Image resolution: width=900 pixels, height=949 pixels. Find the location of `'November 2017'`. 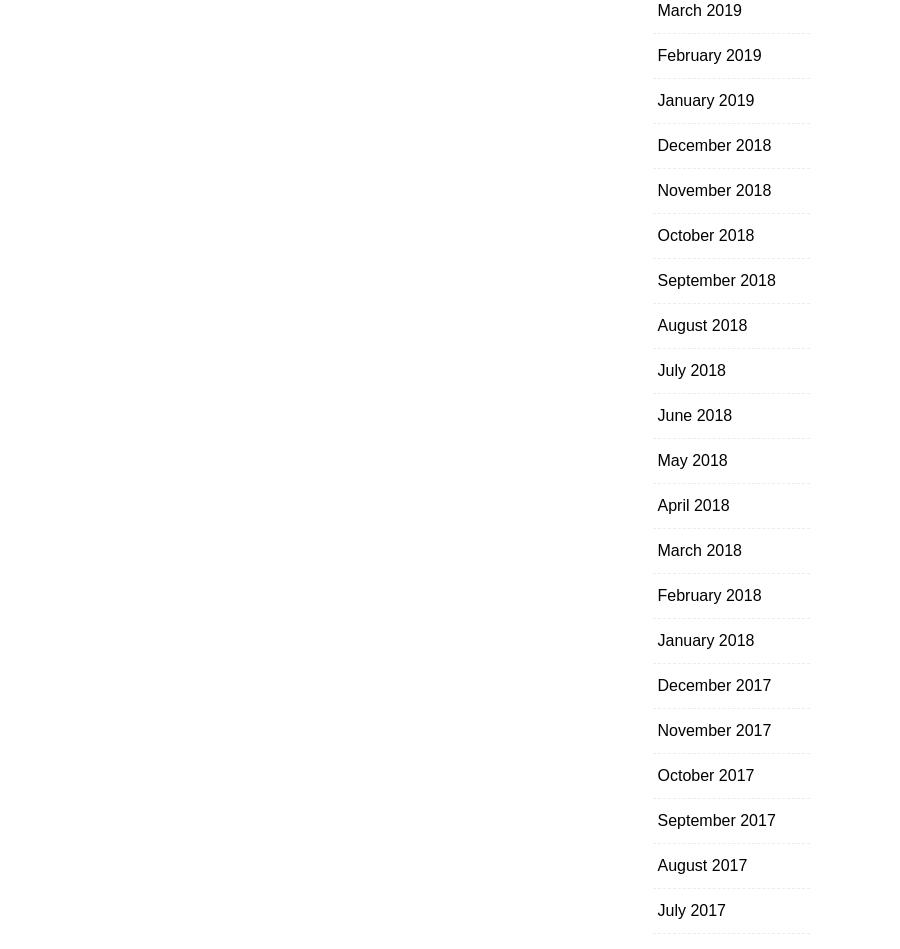

'November 2017' is located at coordinates (712, 730).